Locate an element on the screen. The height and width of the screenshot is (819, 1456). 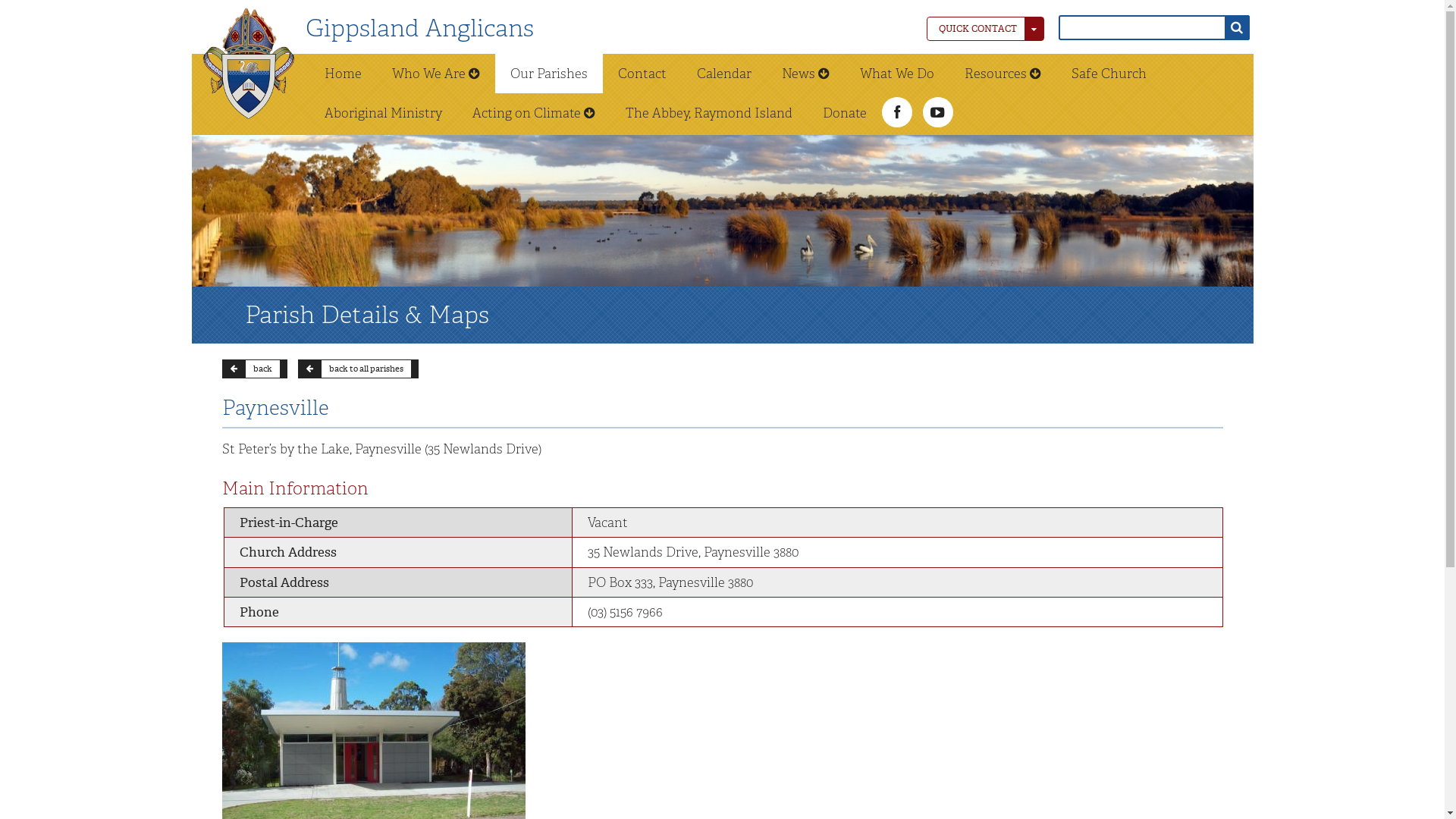
'Safe Church' is located at coordinates (1108, 73).